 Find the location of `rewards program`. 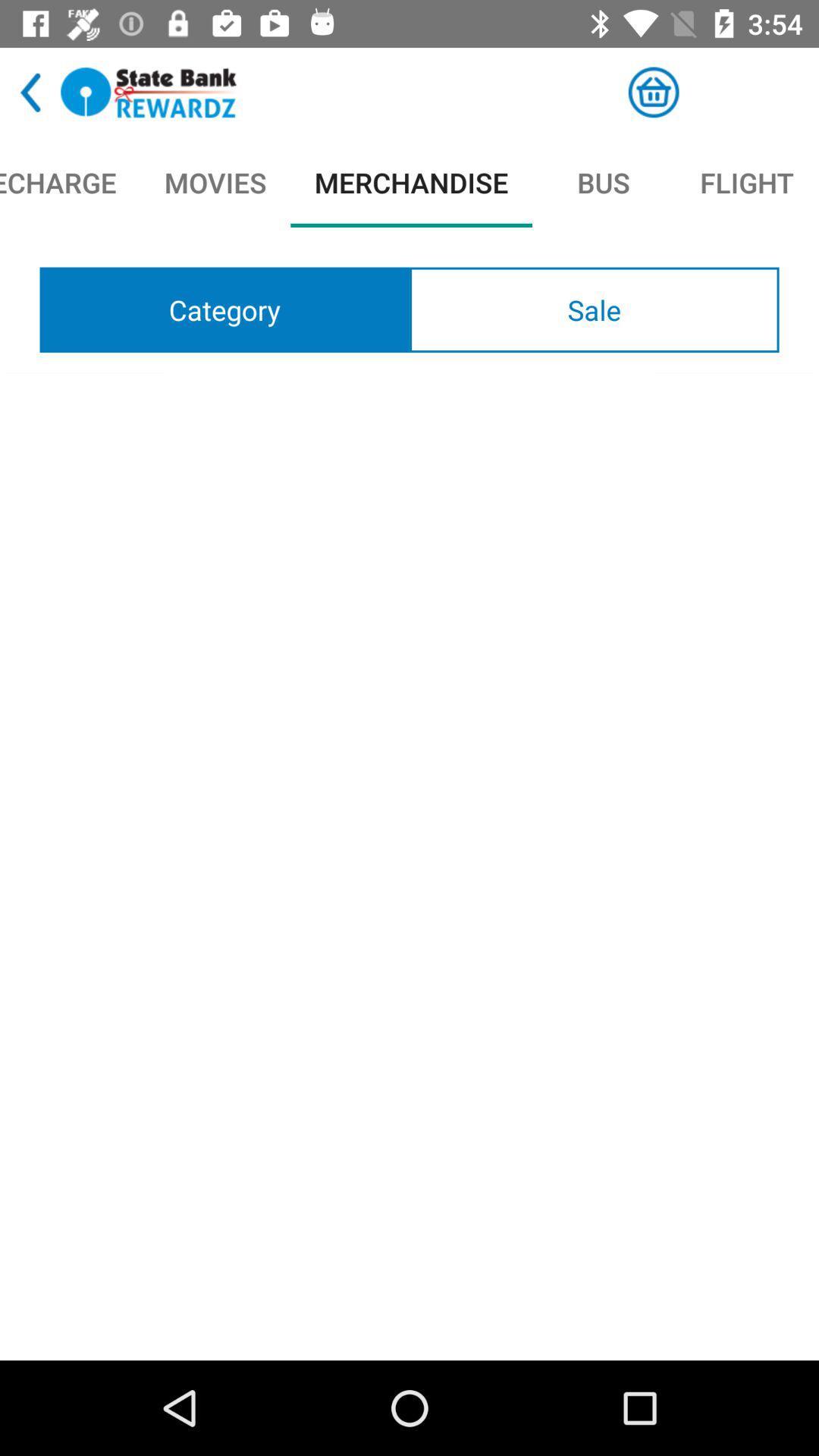

rewards program is located at coordinates (149, 92).